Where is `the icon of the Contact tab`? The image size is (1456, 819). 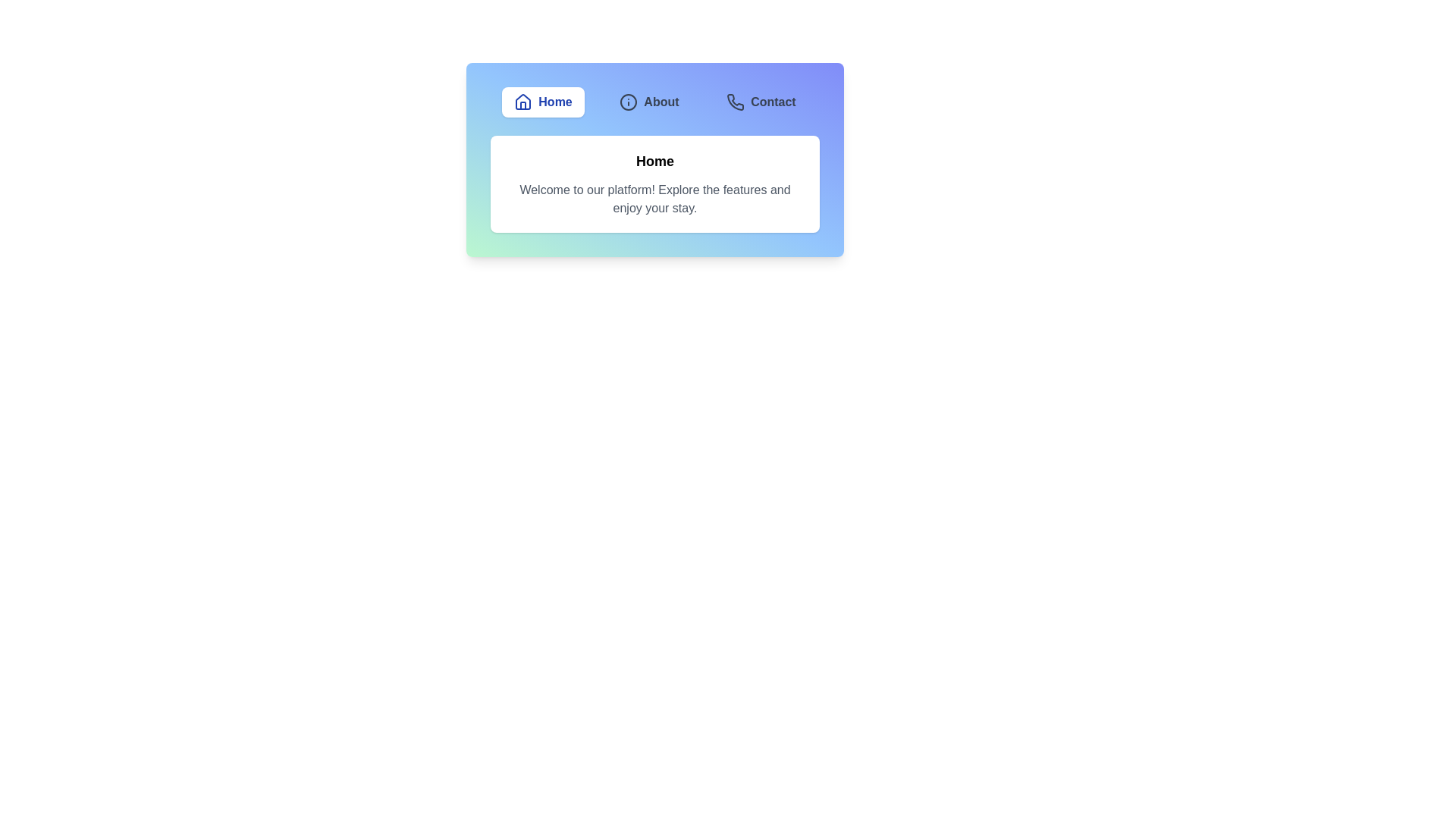
the icon of the Contact tab is located at coordinates (736, 102).